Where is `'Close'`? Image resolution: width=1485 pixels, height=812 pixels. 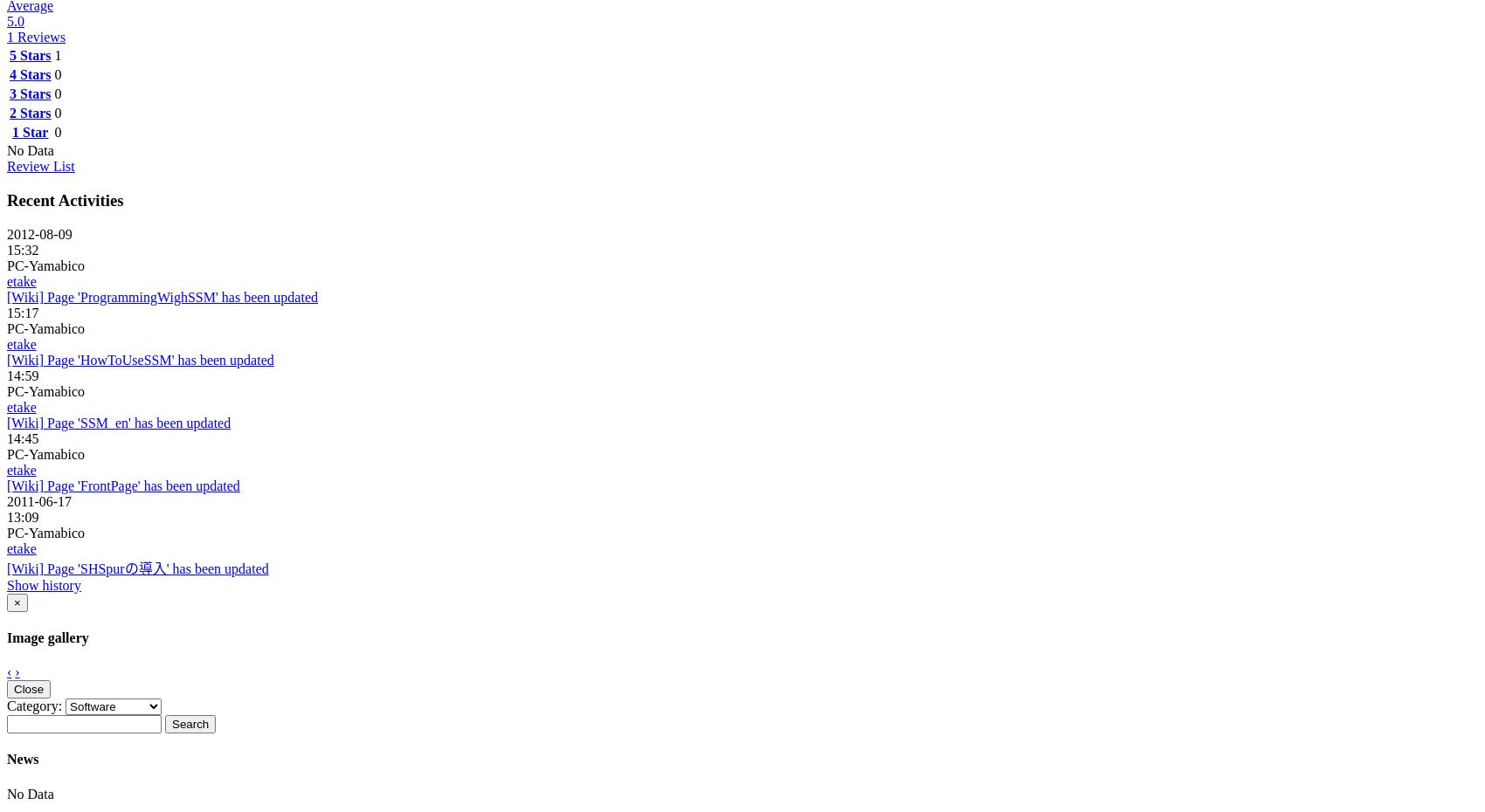
'Close' is located at coordinates (13, 688).